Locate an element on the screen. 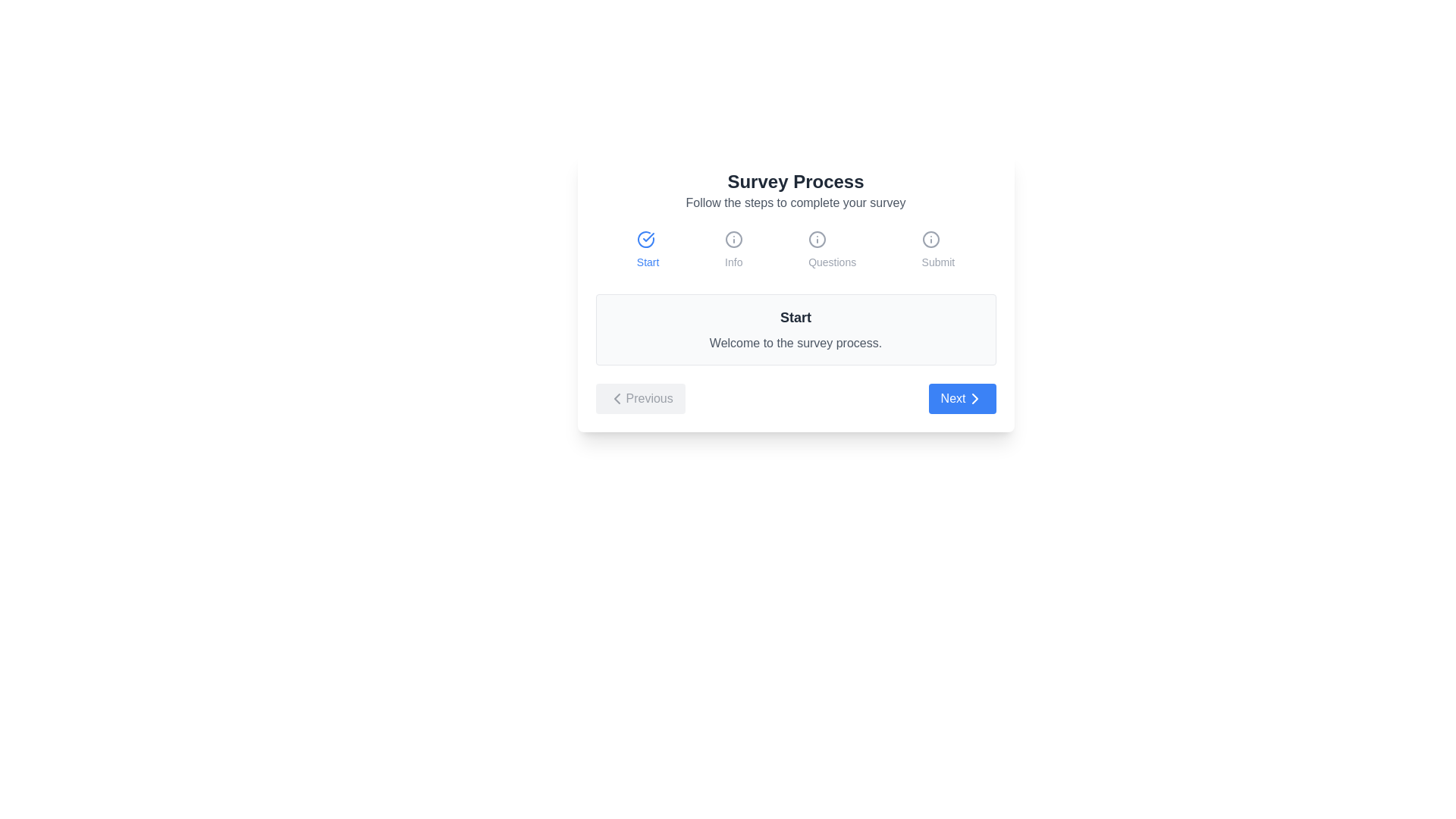 The width and height of the screenshot is (1456, 819). the 'Next' button, which has a blue background and white text is located at coordinates (962, 397).